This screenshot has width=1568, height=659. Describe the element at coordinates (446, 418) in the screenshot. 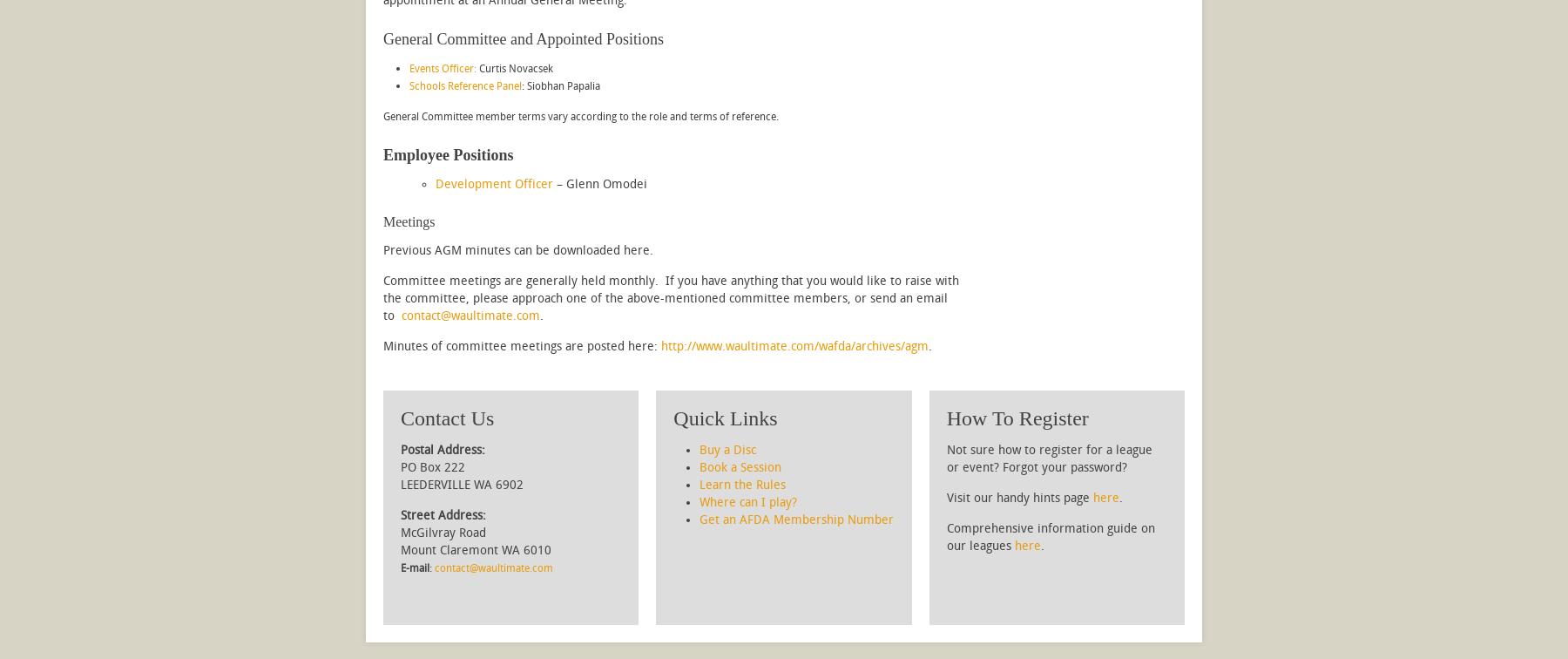

I see `'Contact Us'` at that location.